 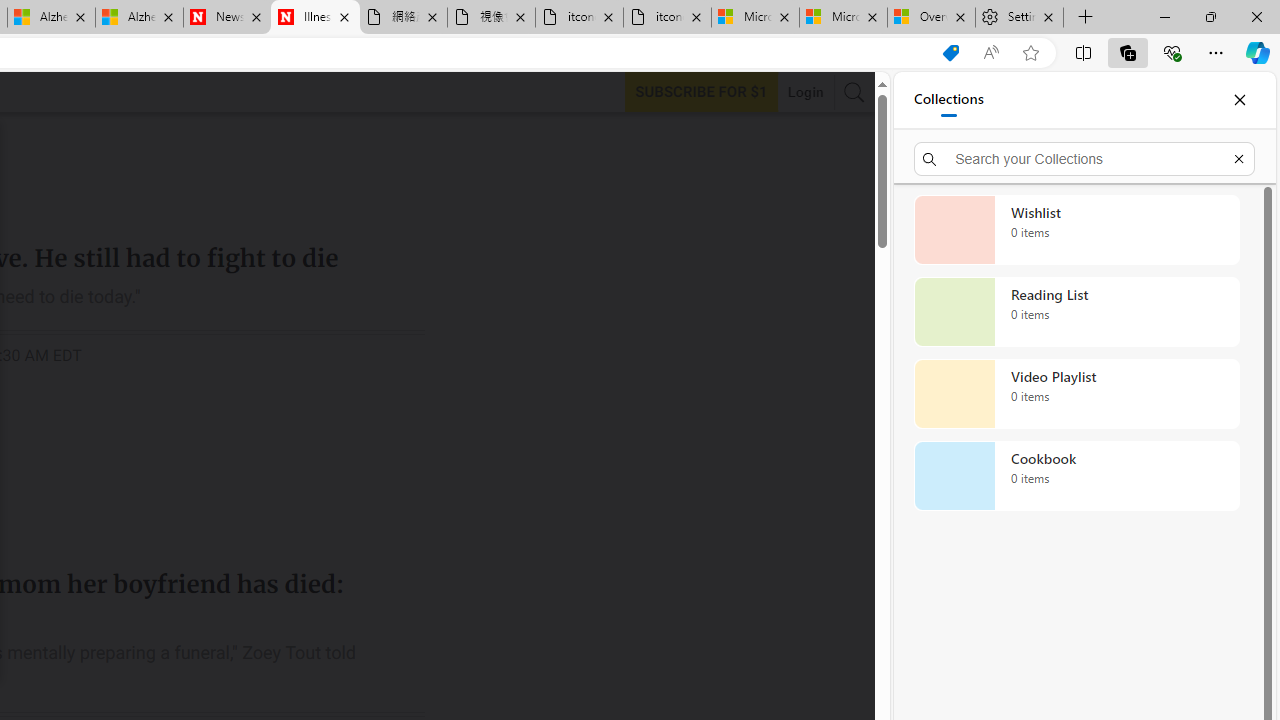 What do you see at coordinates (1082, 51) in the screenshot?
I see `'Split screen'` at bounding box center [1082, 51].